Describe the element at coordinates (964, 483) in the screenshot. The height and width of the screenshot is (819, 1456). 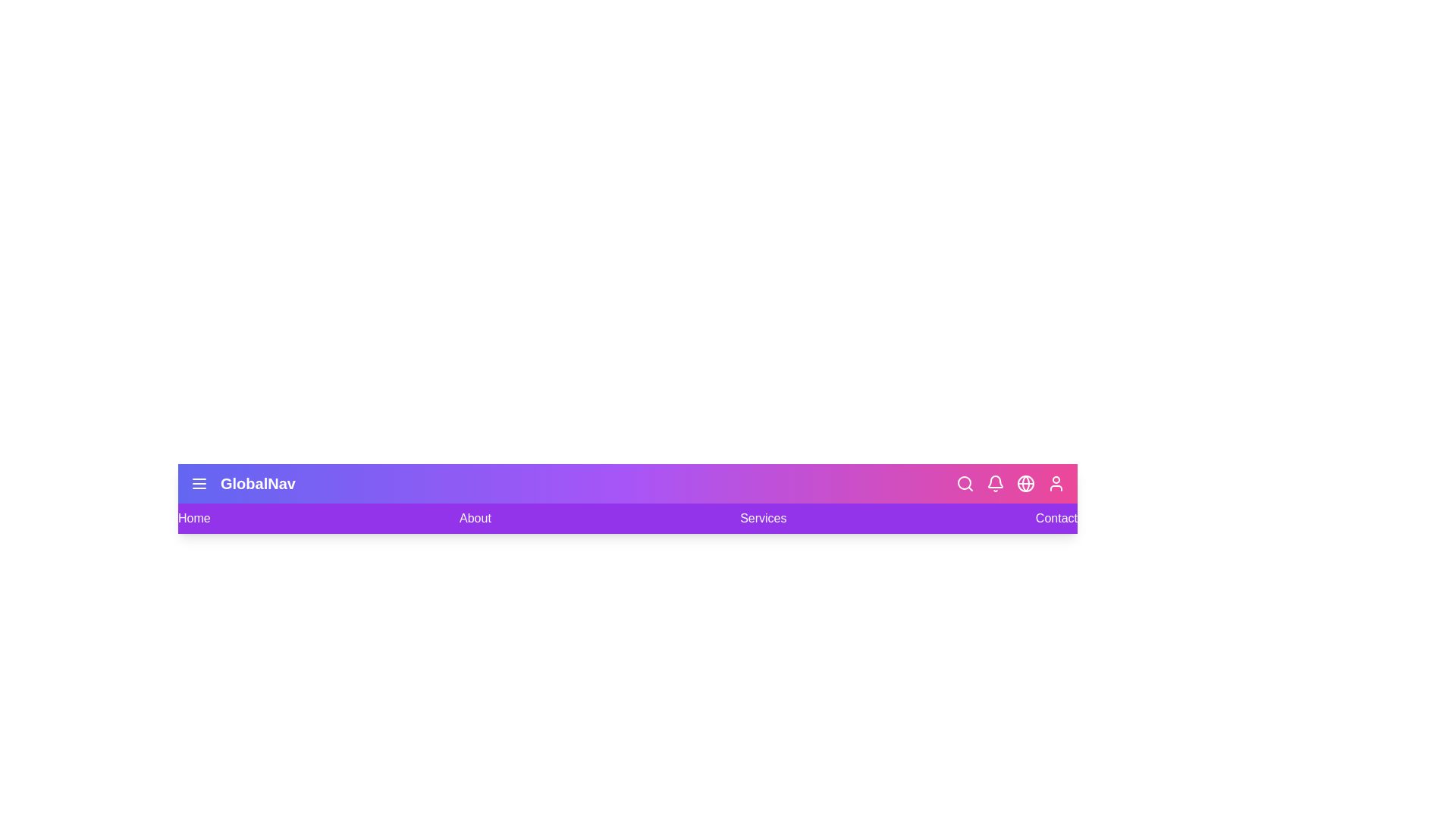
I see `the Search icon` at that location.